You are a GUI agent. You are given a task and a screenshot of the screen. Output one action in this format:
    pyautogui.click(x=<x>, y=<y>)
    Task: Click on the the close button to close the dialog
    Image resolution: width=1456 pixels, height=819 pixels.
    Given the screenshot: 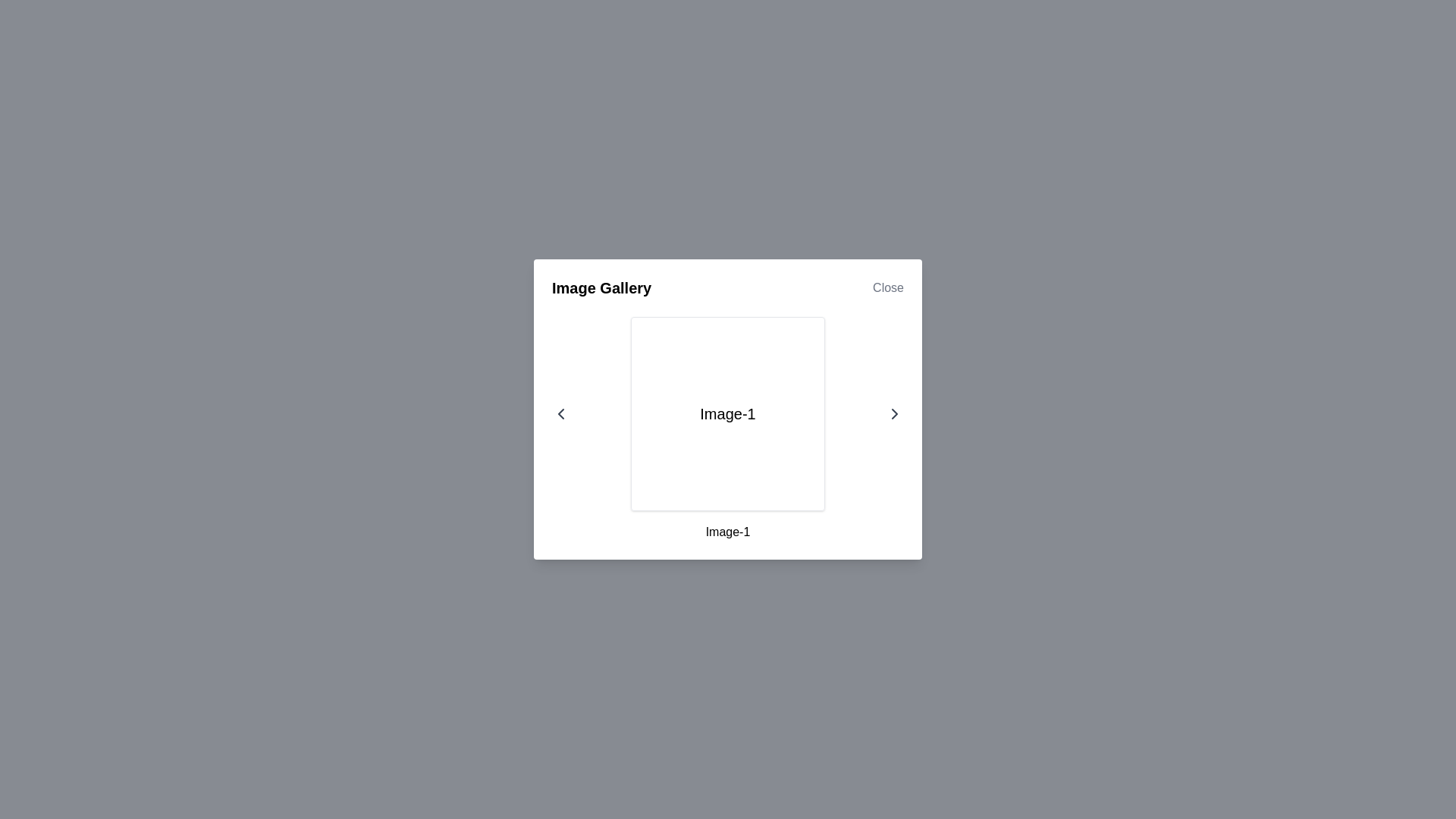 What is the action you would take?
    pyautogui.click(x=888, y=288)
    